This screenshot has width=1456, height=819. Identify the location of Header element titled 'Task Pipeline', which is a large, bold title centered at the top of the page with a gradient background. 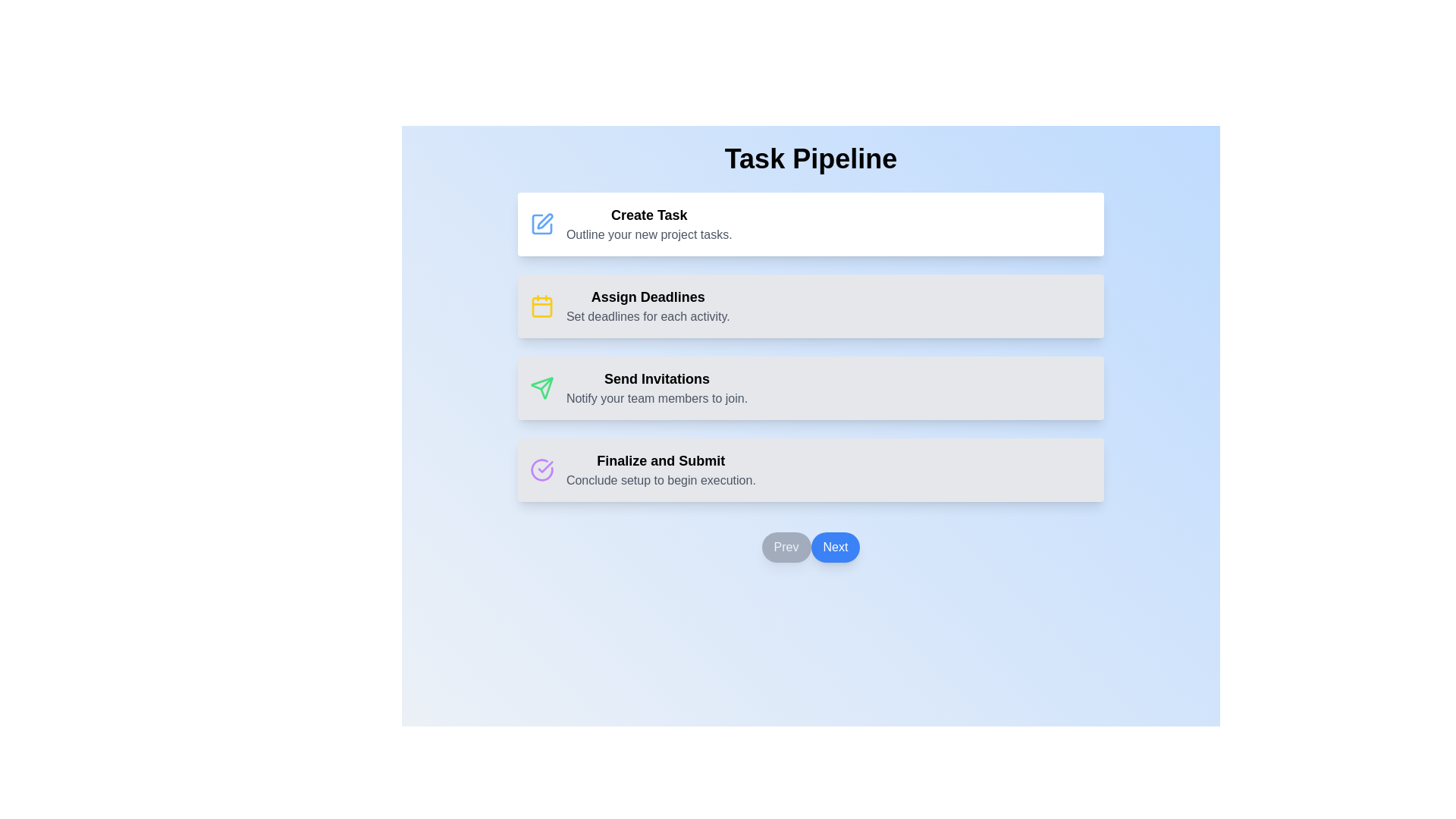
(810, 158).